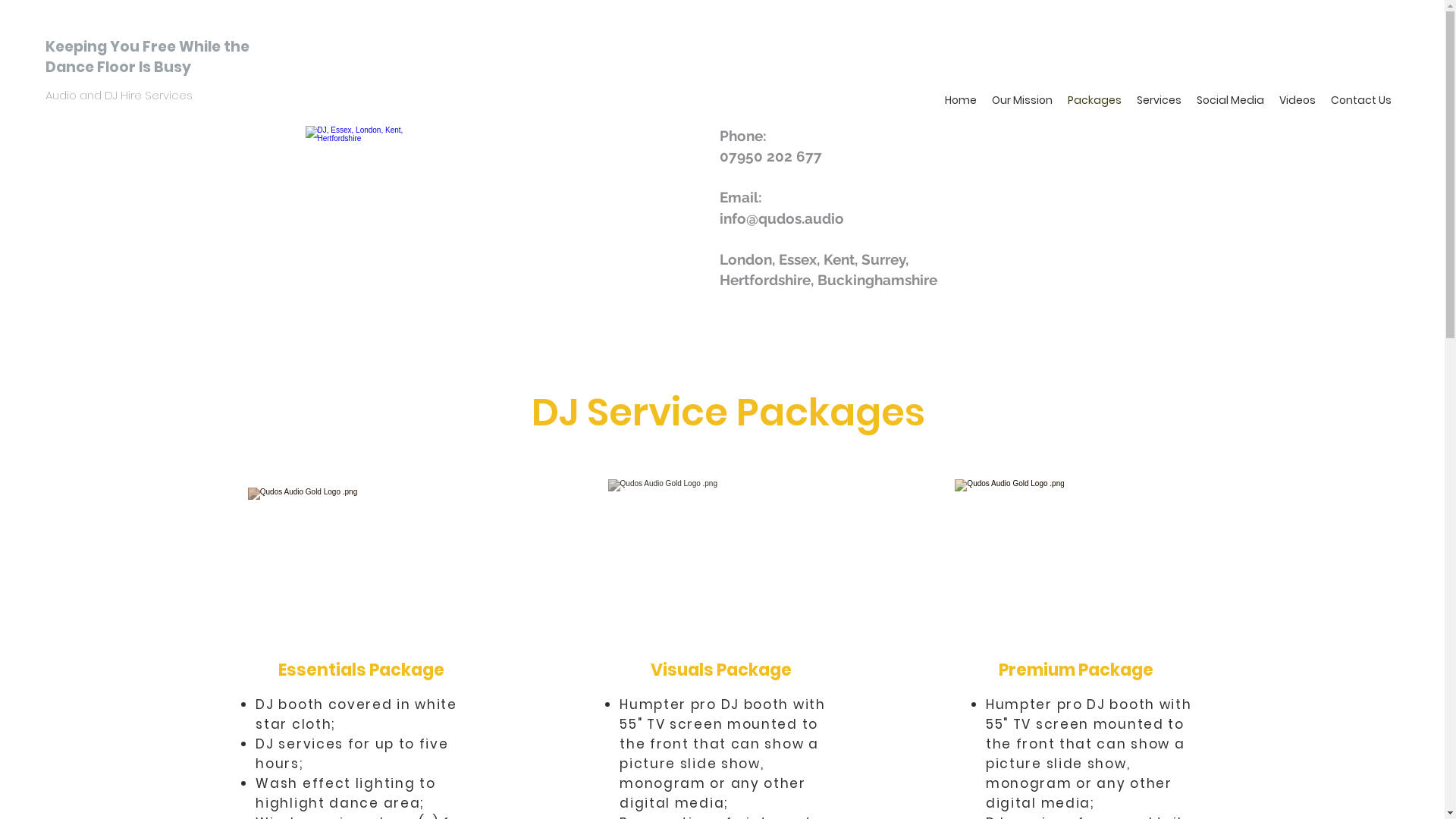  I want to click on 'Packages', so click(1094, 99).